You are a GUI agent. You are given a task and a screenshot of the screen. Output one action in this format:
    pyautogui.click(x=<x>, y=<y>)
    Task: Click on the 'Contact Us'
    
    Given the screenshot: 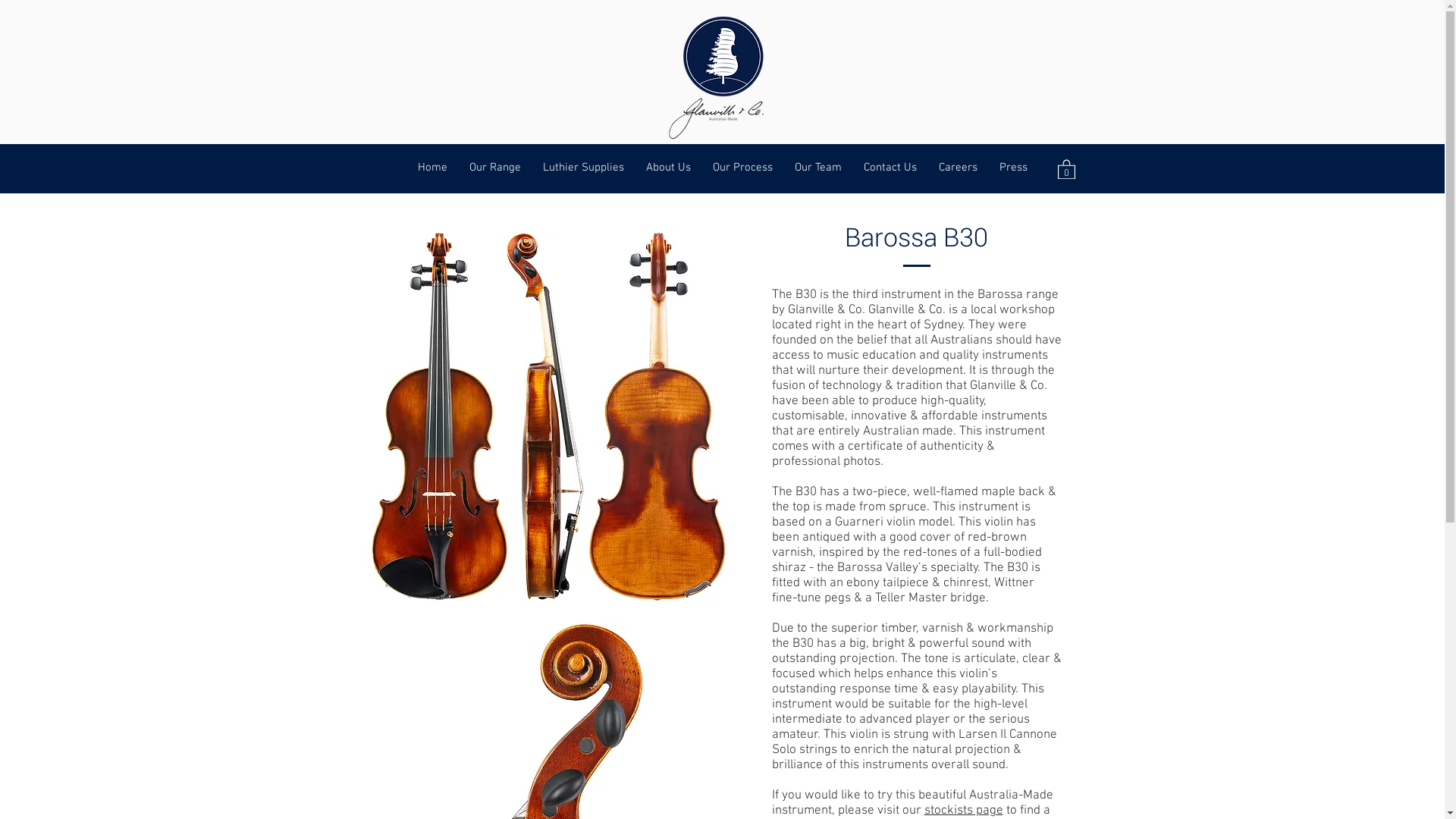 What is the action you would take?
    pyautogui.click(x=852, y=167)
    